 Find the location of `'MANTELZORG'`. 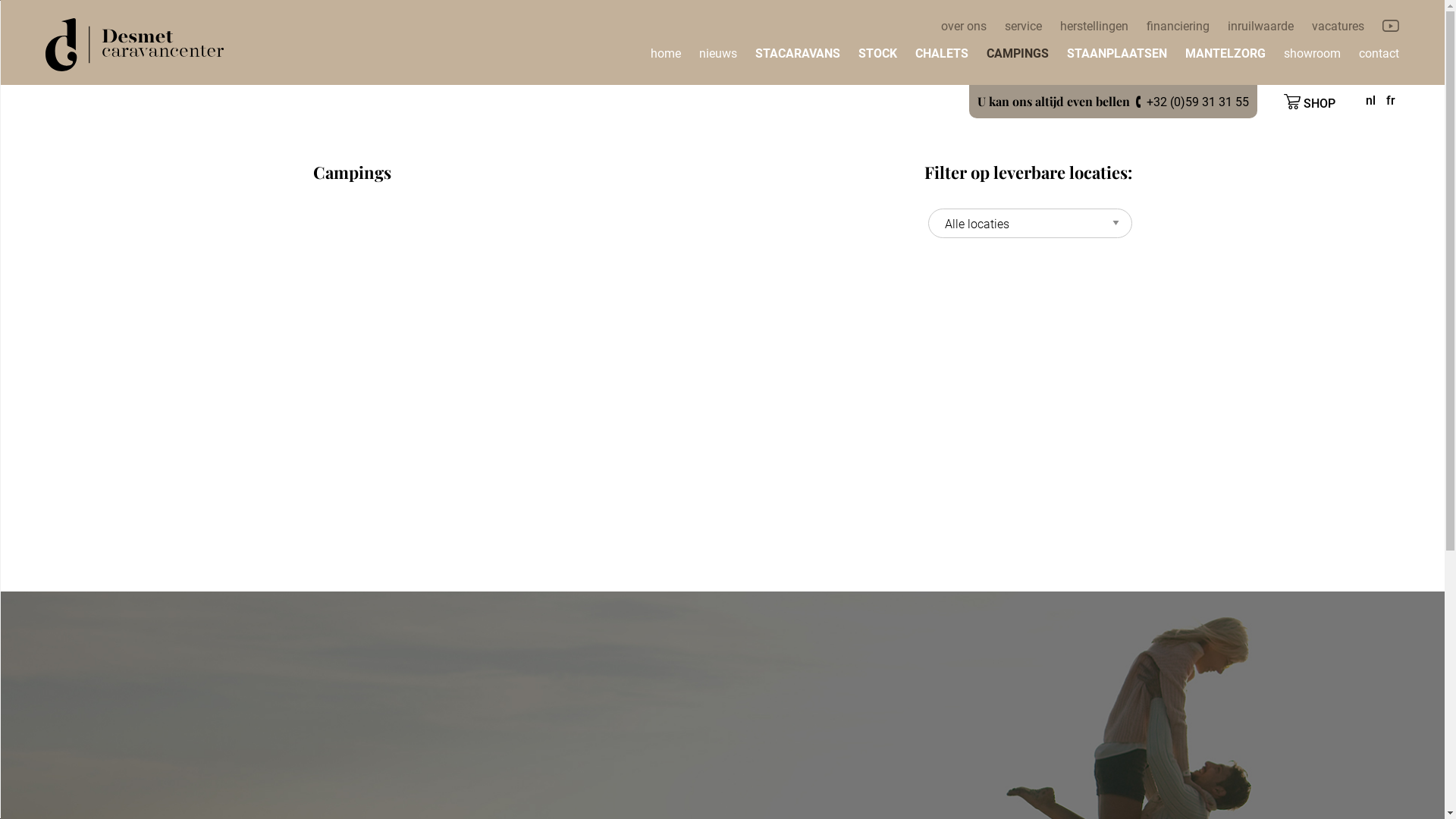

'MANTELZORG' is located at coordinates (1225, 52).